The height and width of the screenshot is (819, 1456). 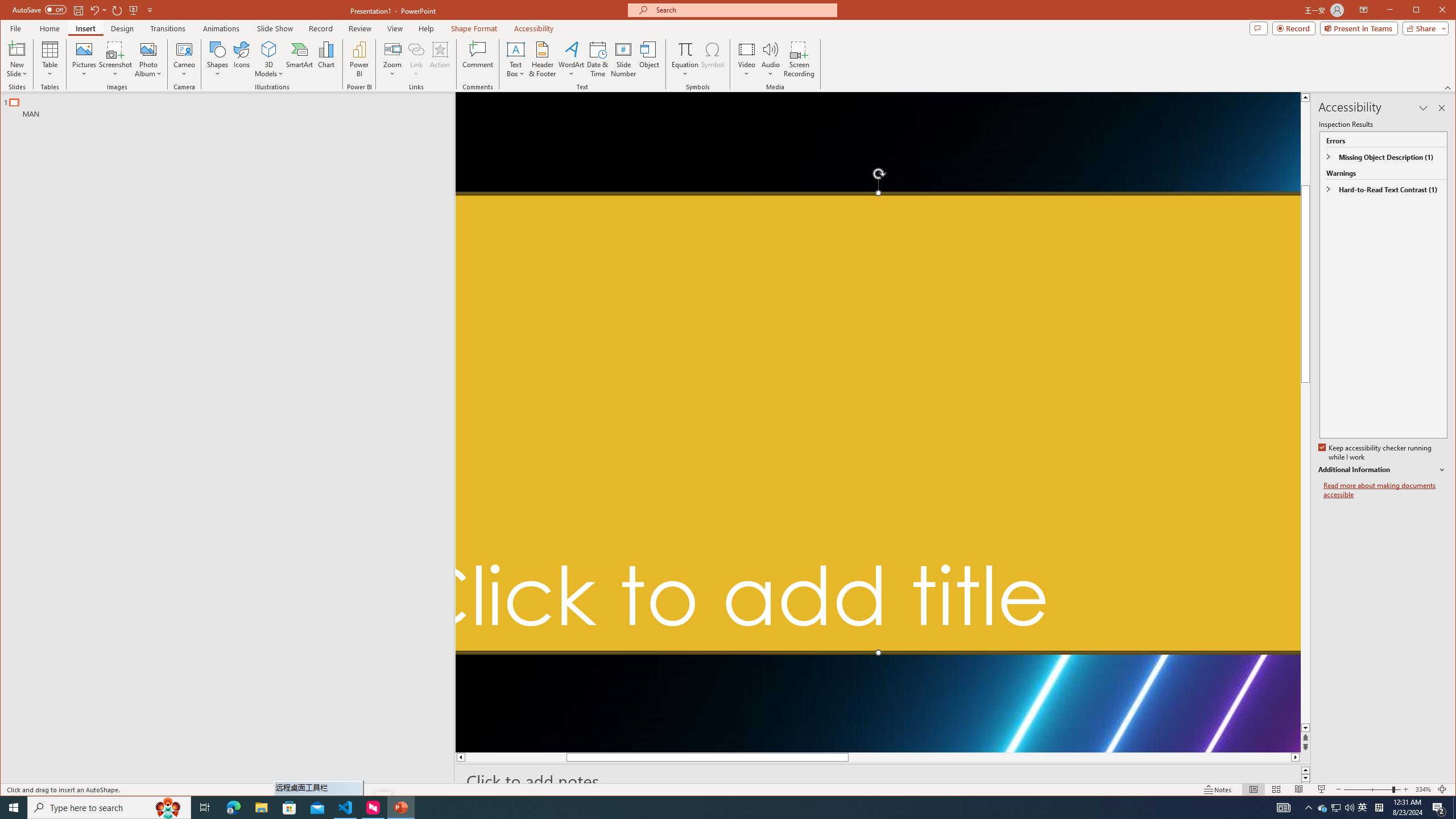 What do you see at coordinates (515, 48) in the screenshot?
I see `'Draw Horizontal Text Box'` at bounding box center [515, 48].